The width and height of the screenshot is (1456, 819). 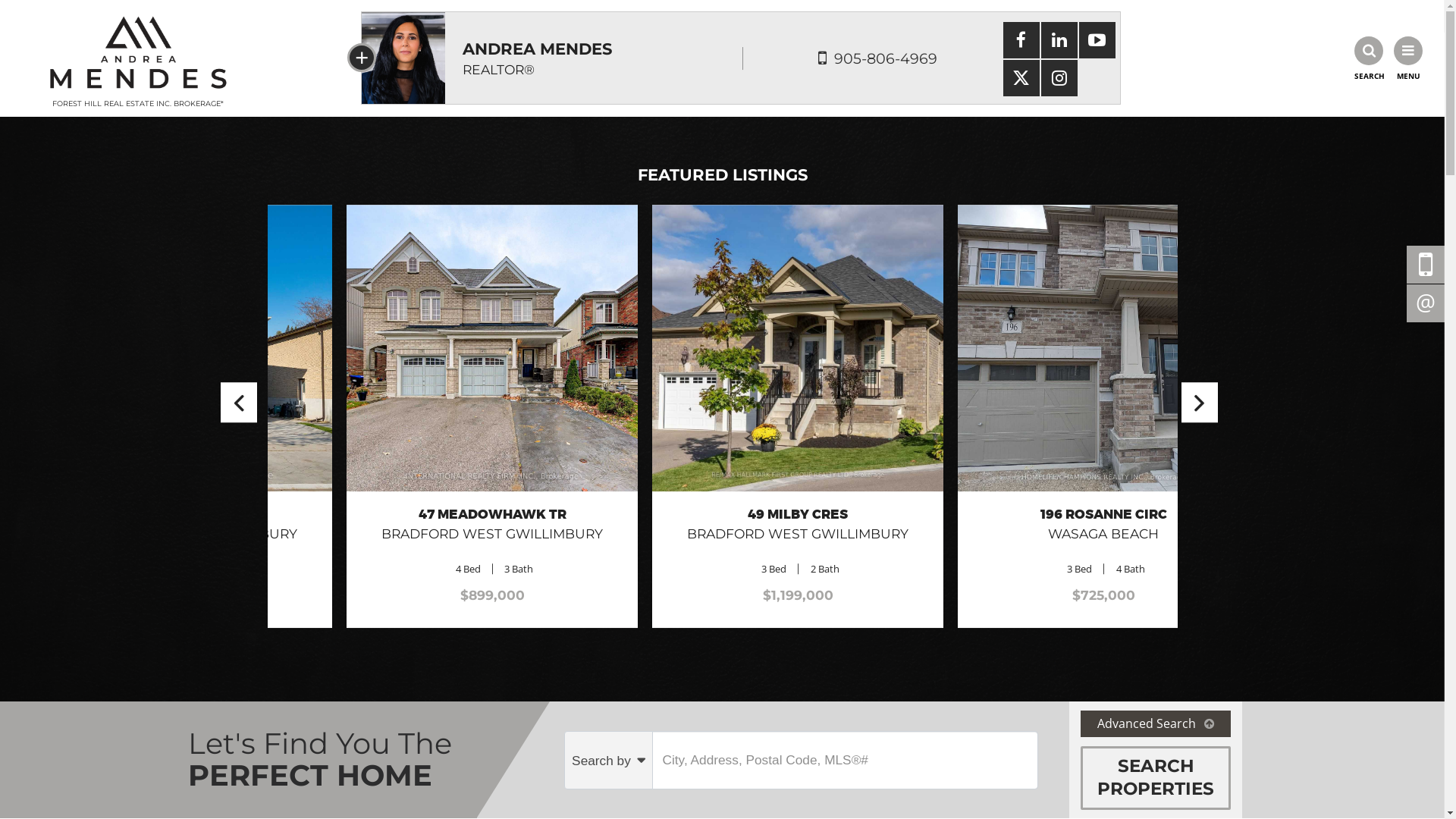 I want to click on 'Search by', so click(x=563, y=760).